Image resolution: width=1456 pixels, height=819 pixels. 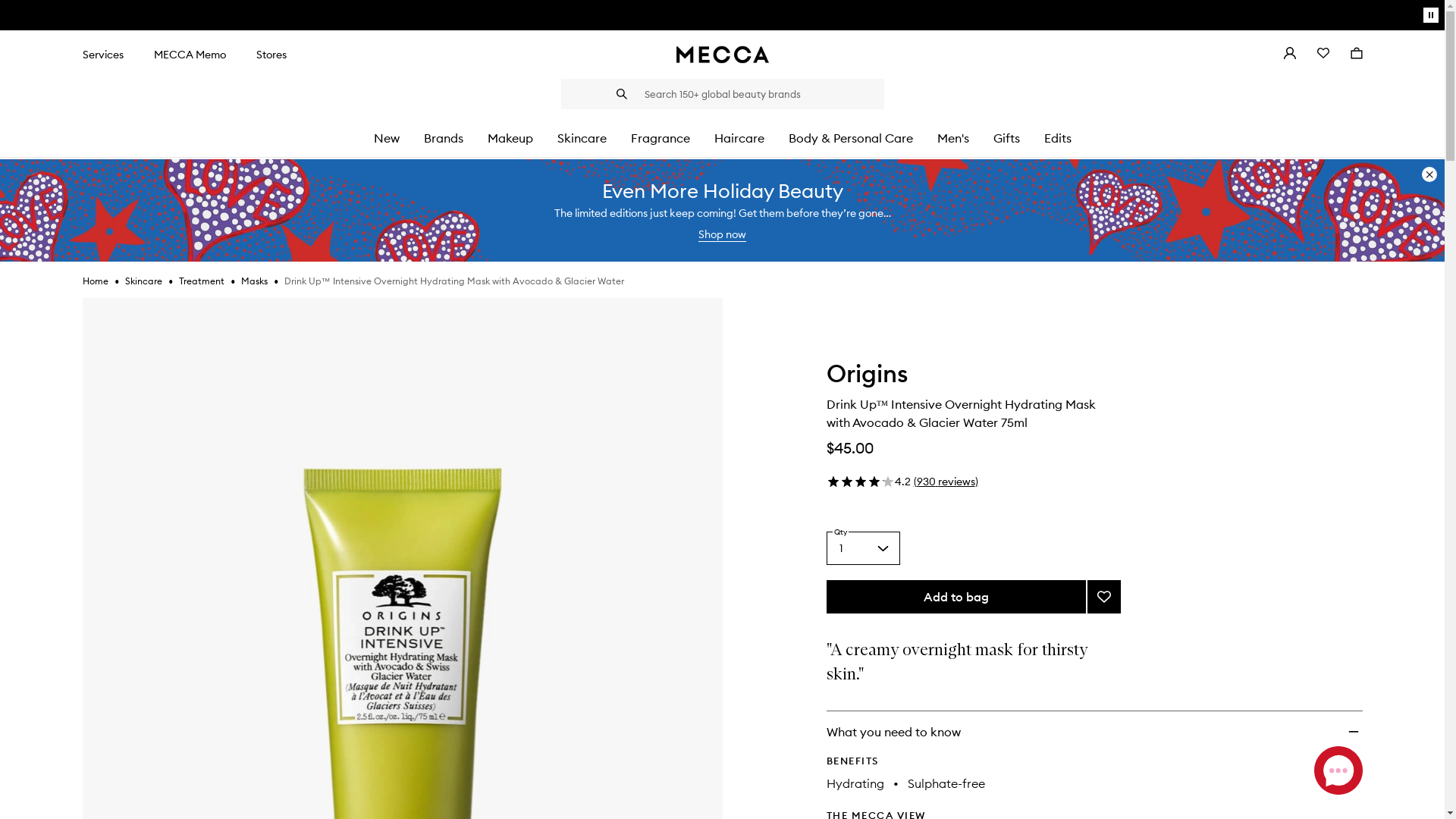 I want to click on 'Makeup', so click(x=510, y=138).